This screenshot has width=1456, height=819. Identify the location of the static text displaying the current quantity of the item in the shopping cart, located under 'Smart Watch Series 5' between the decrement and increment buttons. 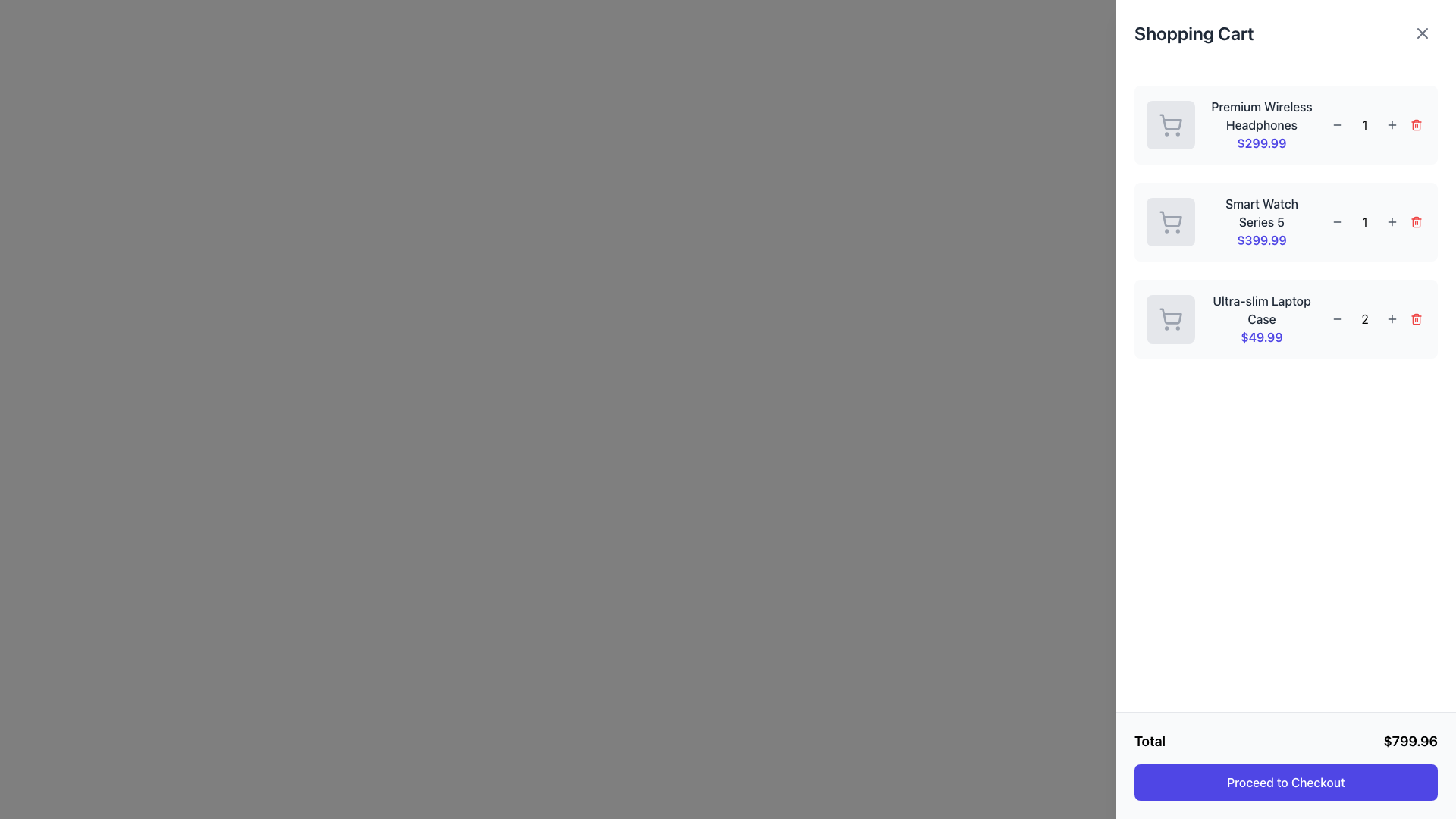
(1365, 222).